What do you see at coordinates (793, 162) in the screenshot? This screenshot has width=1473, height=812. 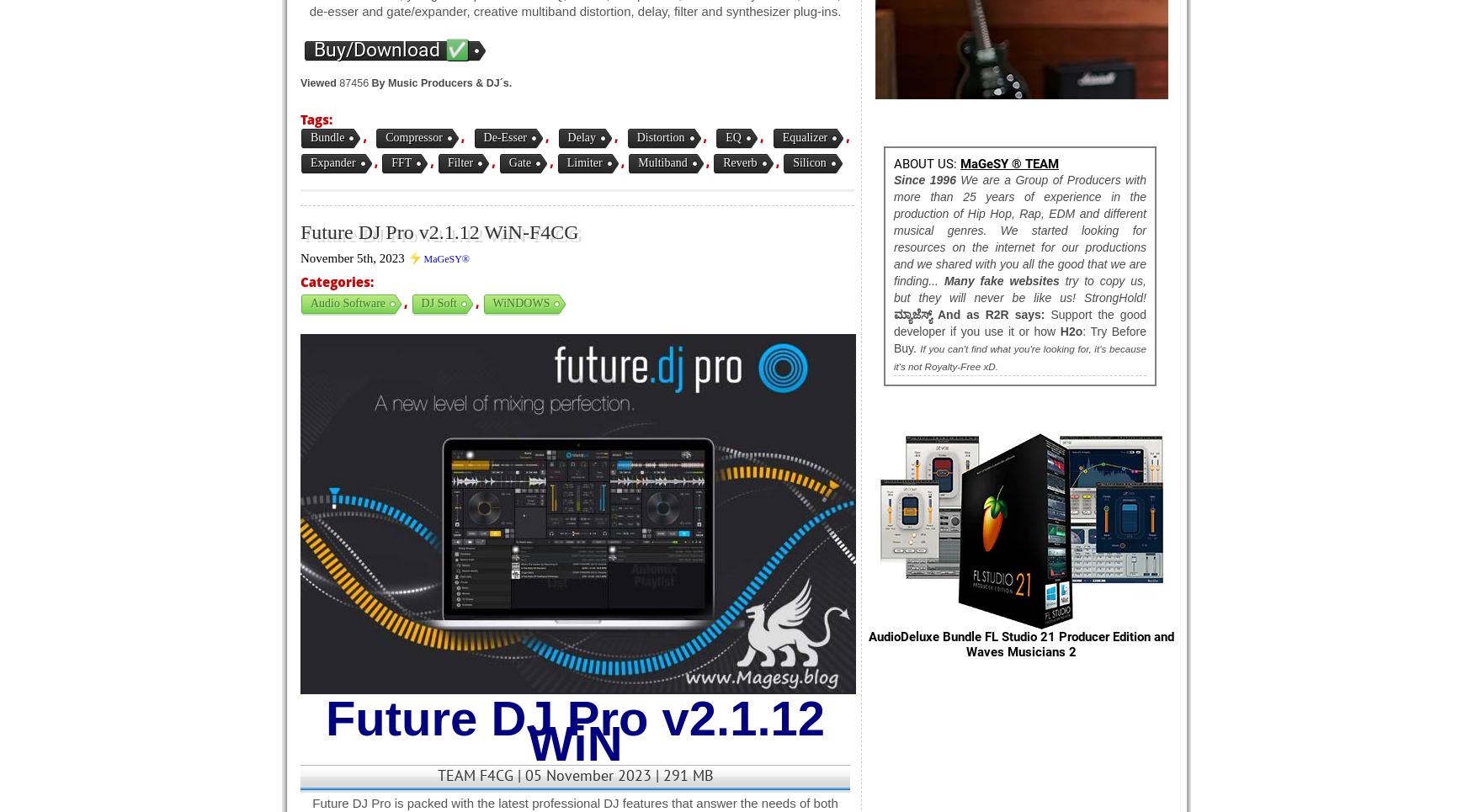 I see `'Silicon'` at bounding box center [793, 162].